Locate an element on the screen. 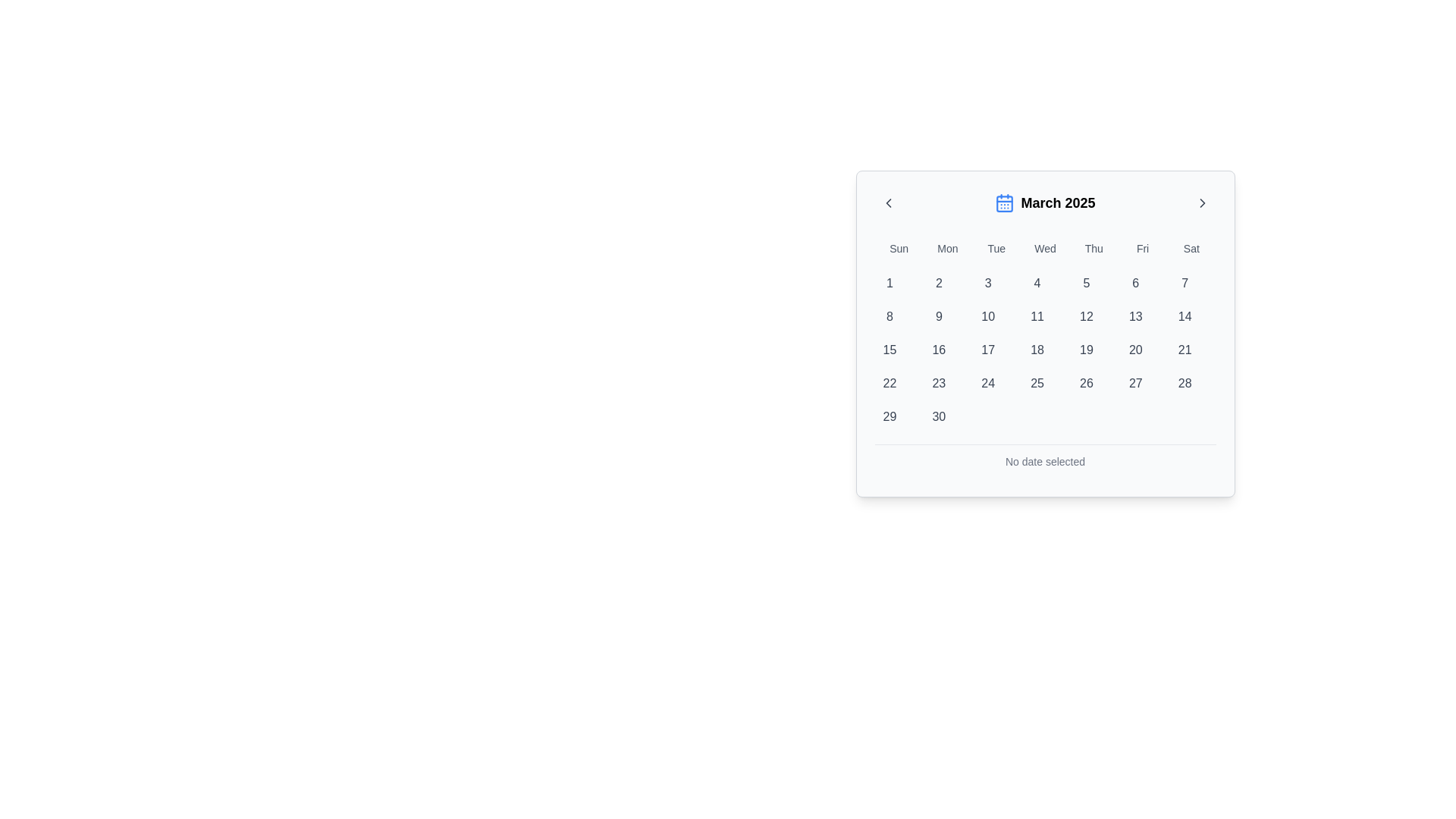  the button displaying the number '21' in a gray font, located in the Saturday column of the monthly calendar, to prepare it for keyboard interaction is located at coordinates (1184, 350).